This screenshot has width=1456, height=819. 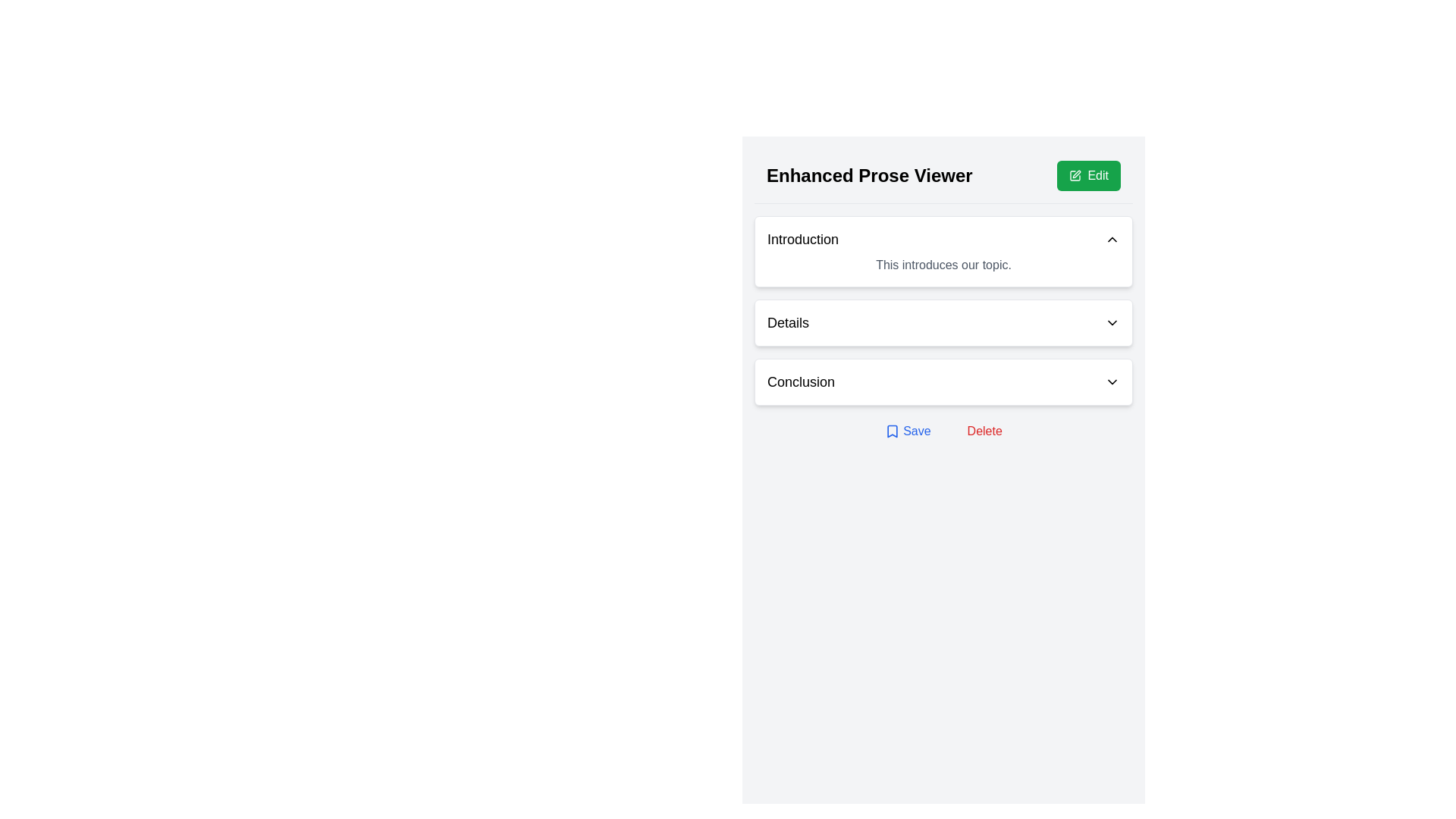 What do you see at coordinates (943, 265) in the screenshot?
I see `text element that displays 'This introduces our topic.' located beneath the 'Introduction' header` at bounding box center [943, 265].